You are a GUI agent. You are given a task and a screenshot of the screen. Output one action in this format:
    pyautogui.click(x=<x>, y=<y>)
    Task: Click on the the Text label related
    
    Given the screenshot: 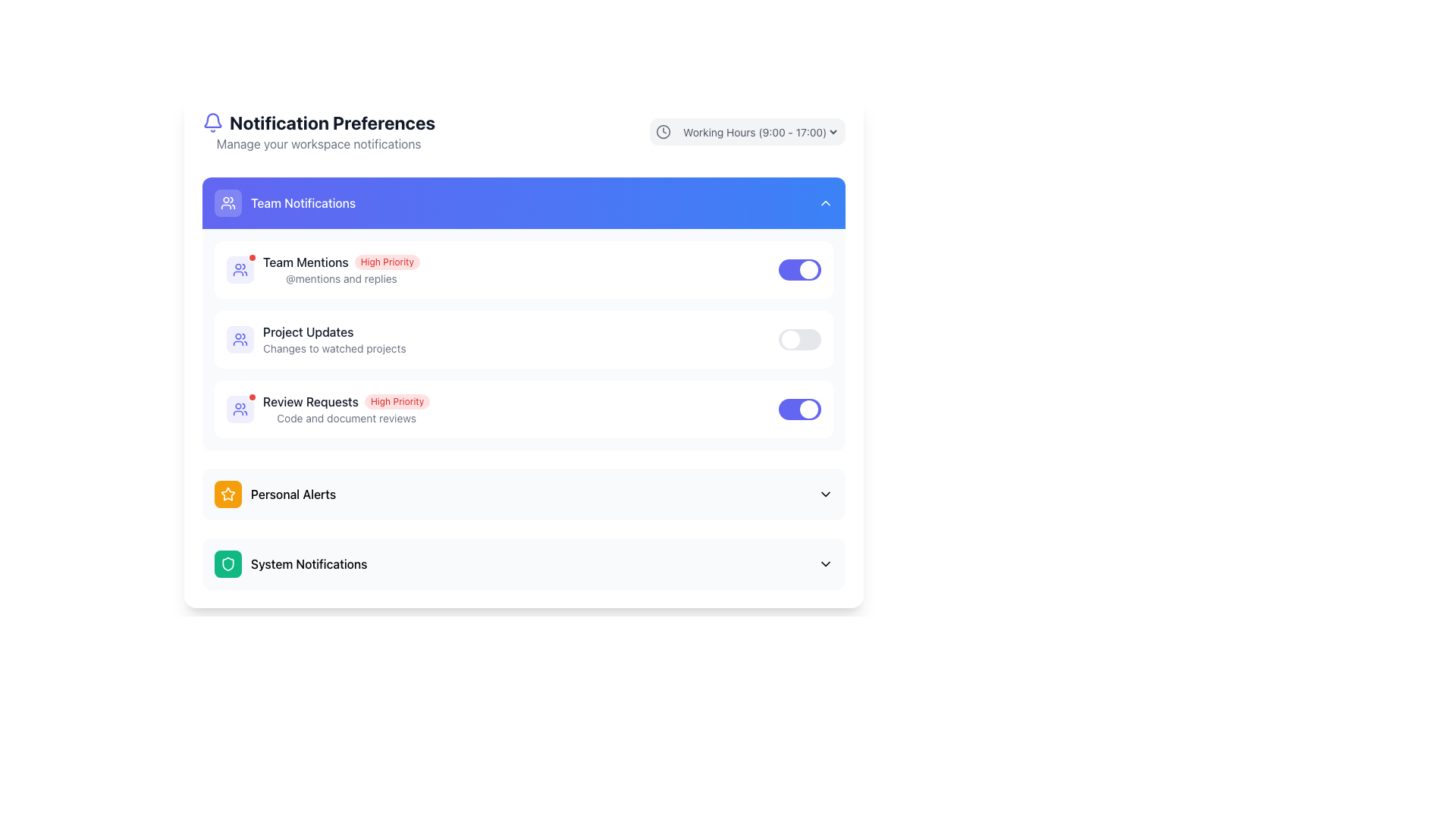 What is the action you would take?
    pyautogui.click(x=308, y=564)
    